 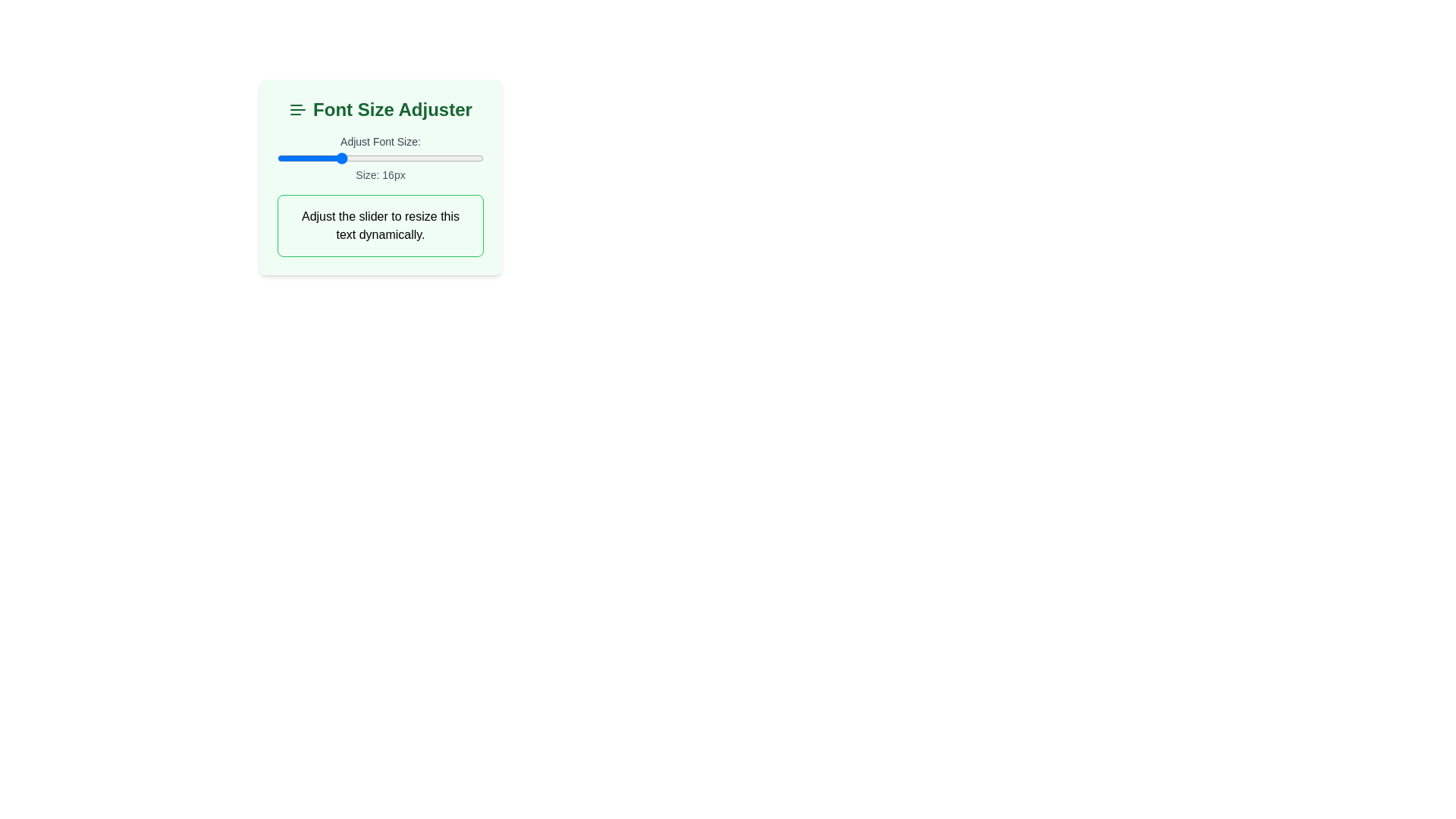 What do you see at coordinates (328, 158) in the screenshot?
I see `the slider to set the font size to 15 px` at bounding box center [328, 158].